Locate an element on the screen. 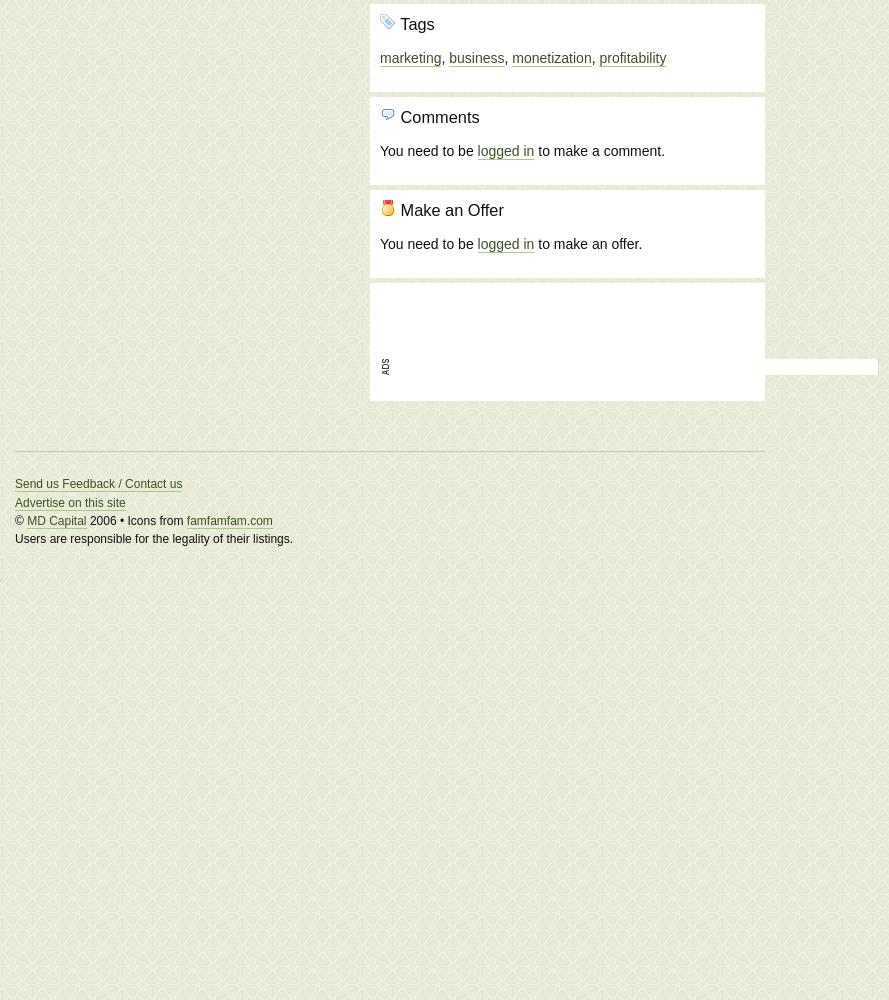  'MD Capital' is located at coordinates (27, 520).